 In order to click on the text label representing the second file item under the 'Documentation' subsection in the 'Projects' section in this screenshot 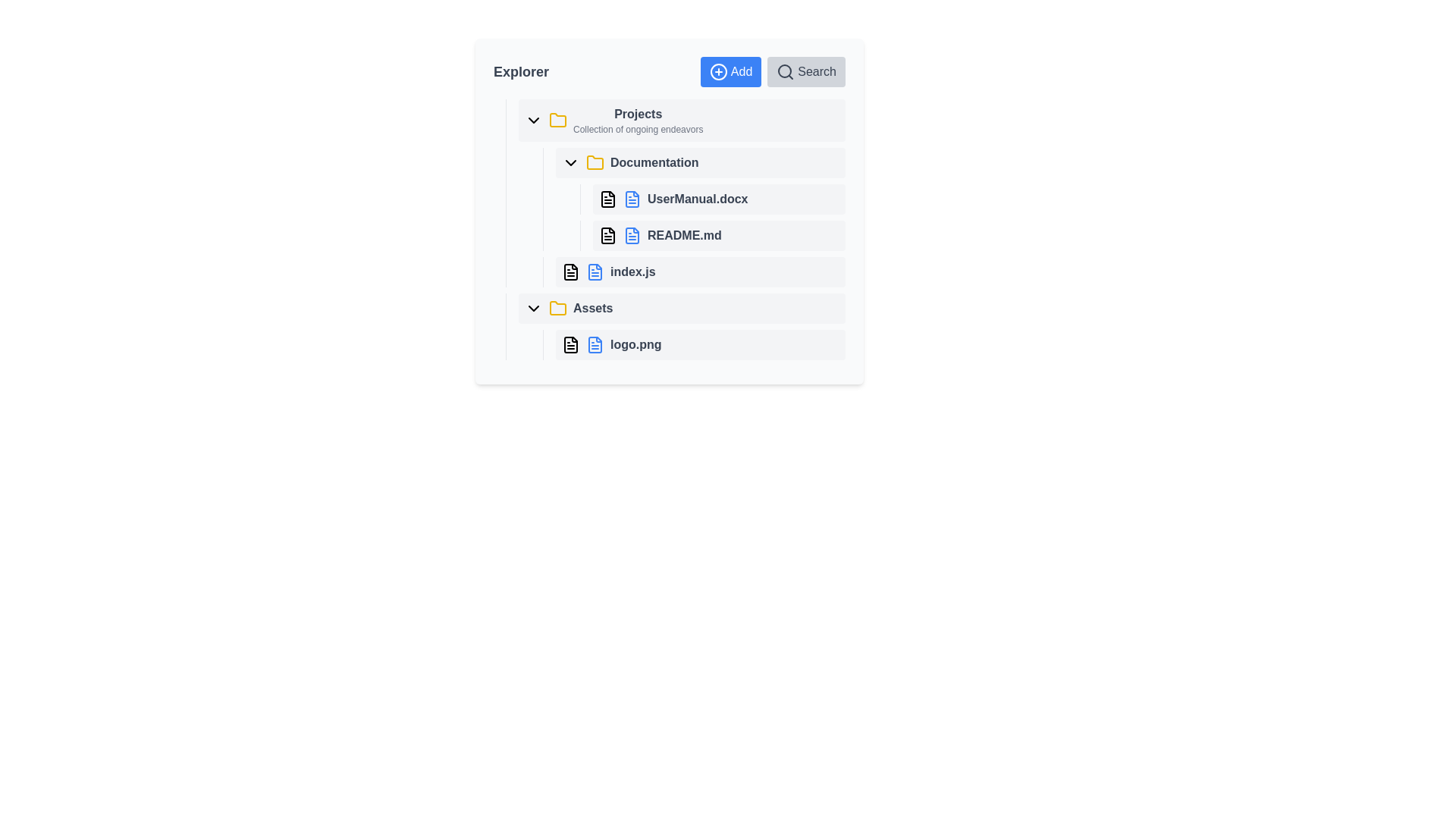, I will do `click(669, 230)`.